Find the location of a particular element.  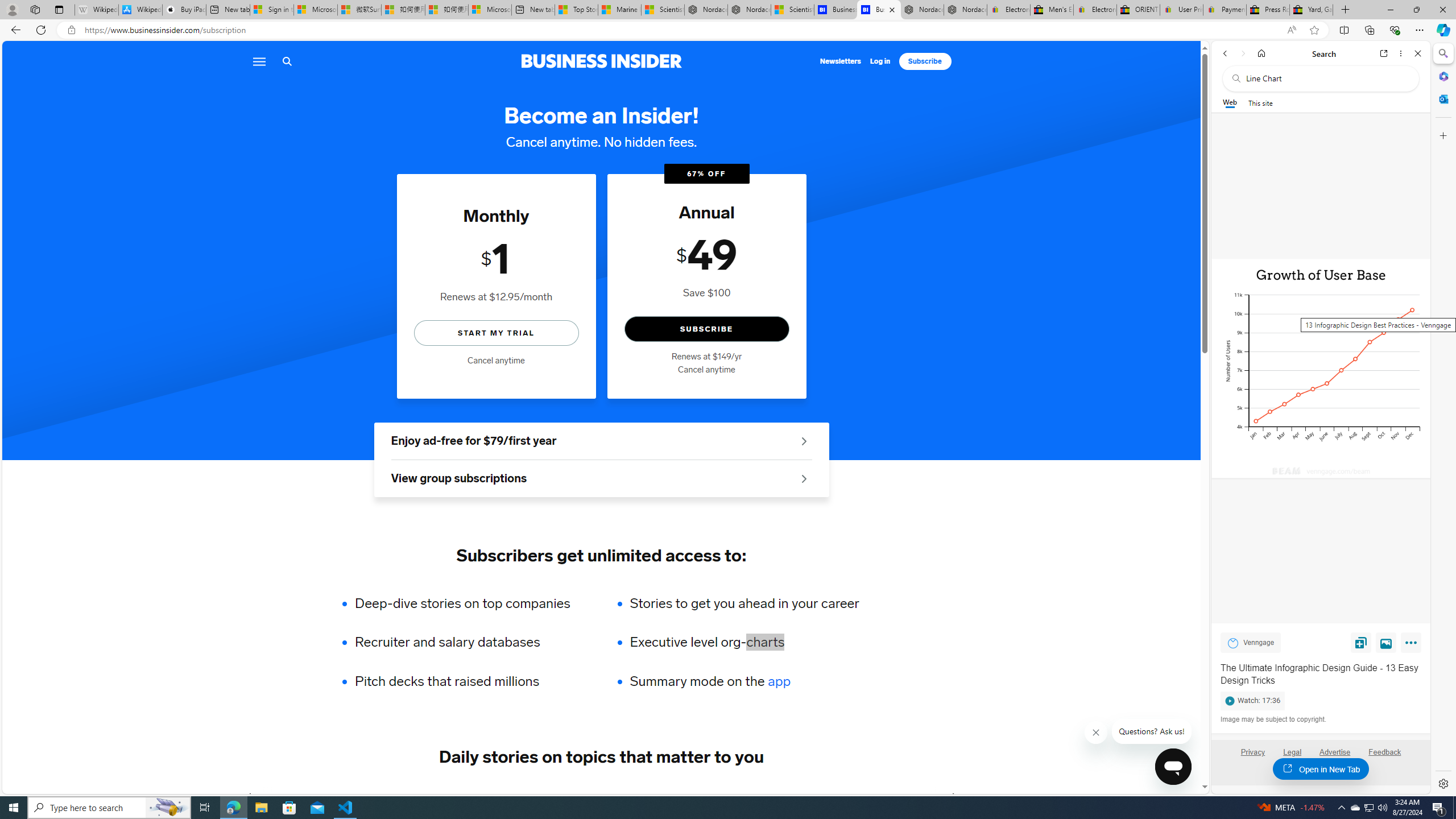

'Venngage Venngage' is located at coordinates (1250, 642).